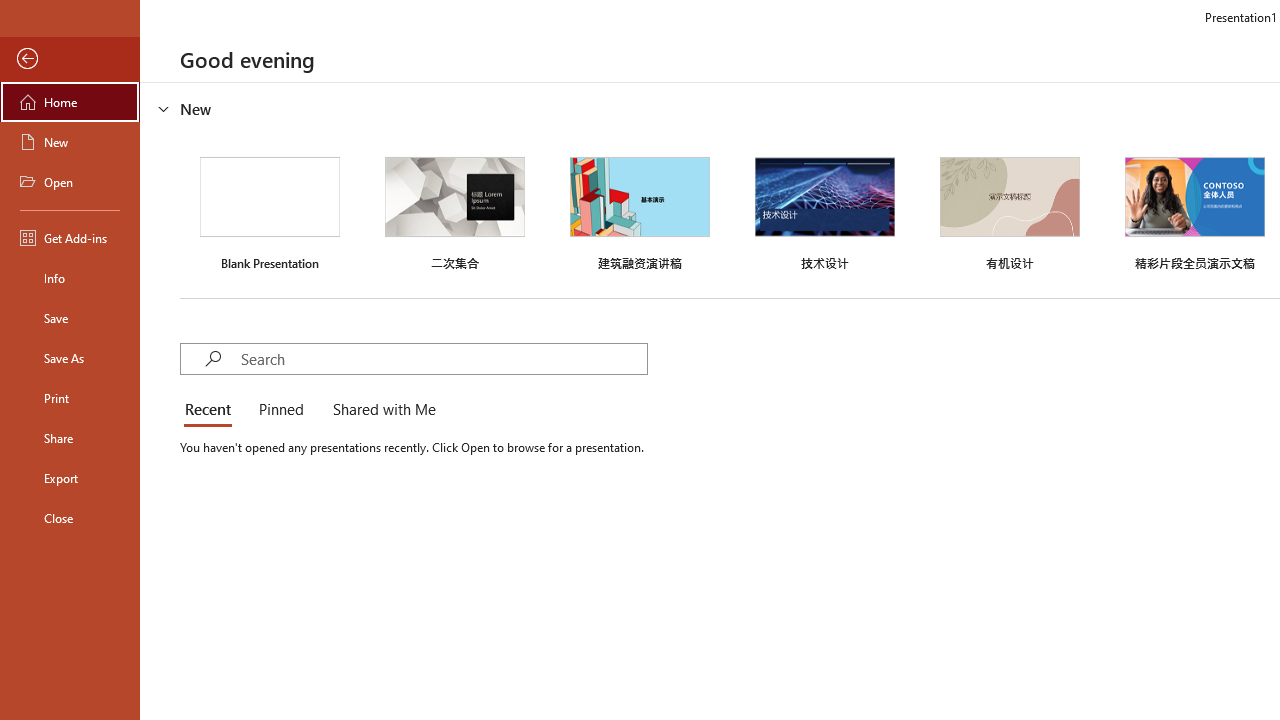 The width and height of the screenshot is (1280, 720). I want to click on 'Pinned', so click(279, 410).